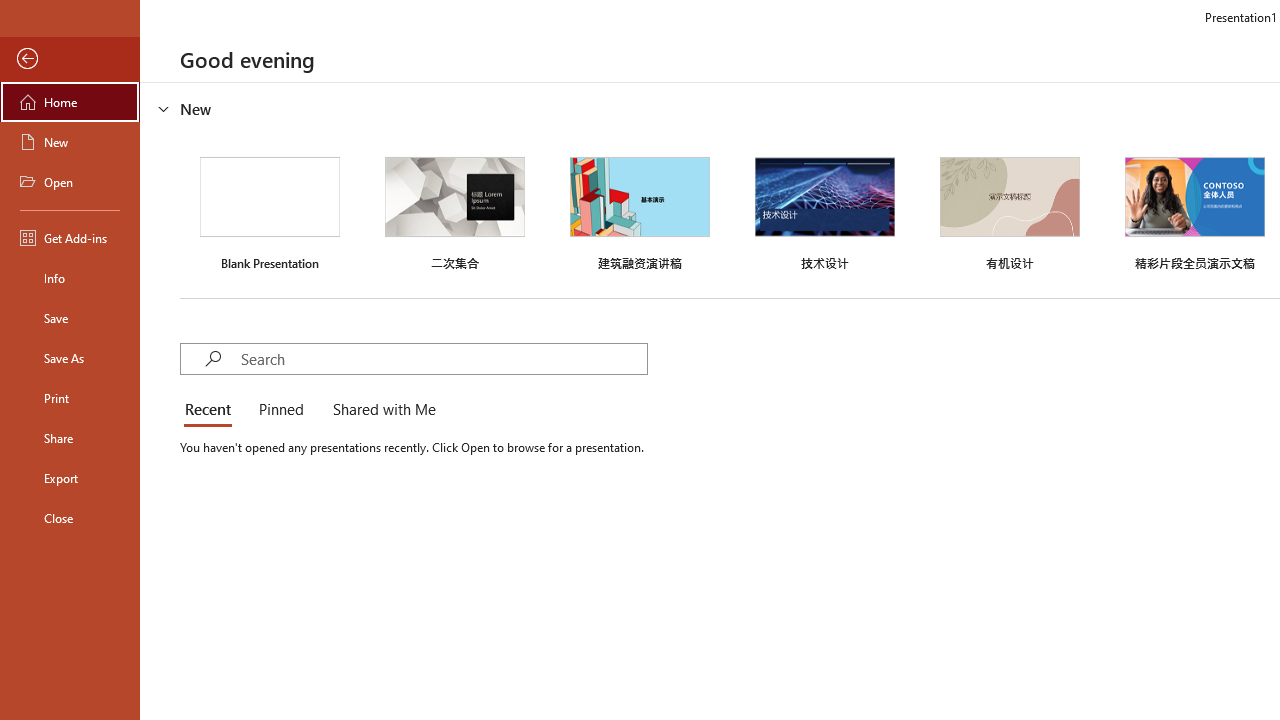 The width and height of the screenshot is (1280, 720). I want to click on 'Pinned', so click(279, 410).